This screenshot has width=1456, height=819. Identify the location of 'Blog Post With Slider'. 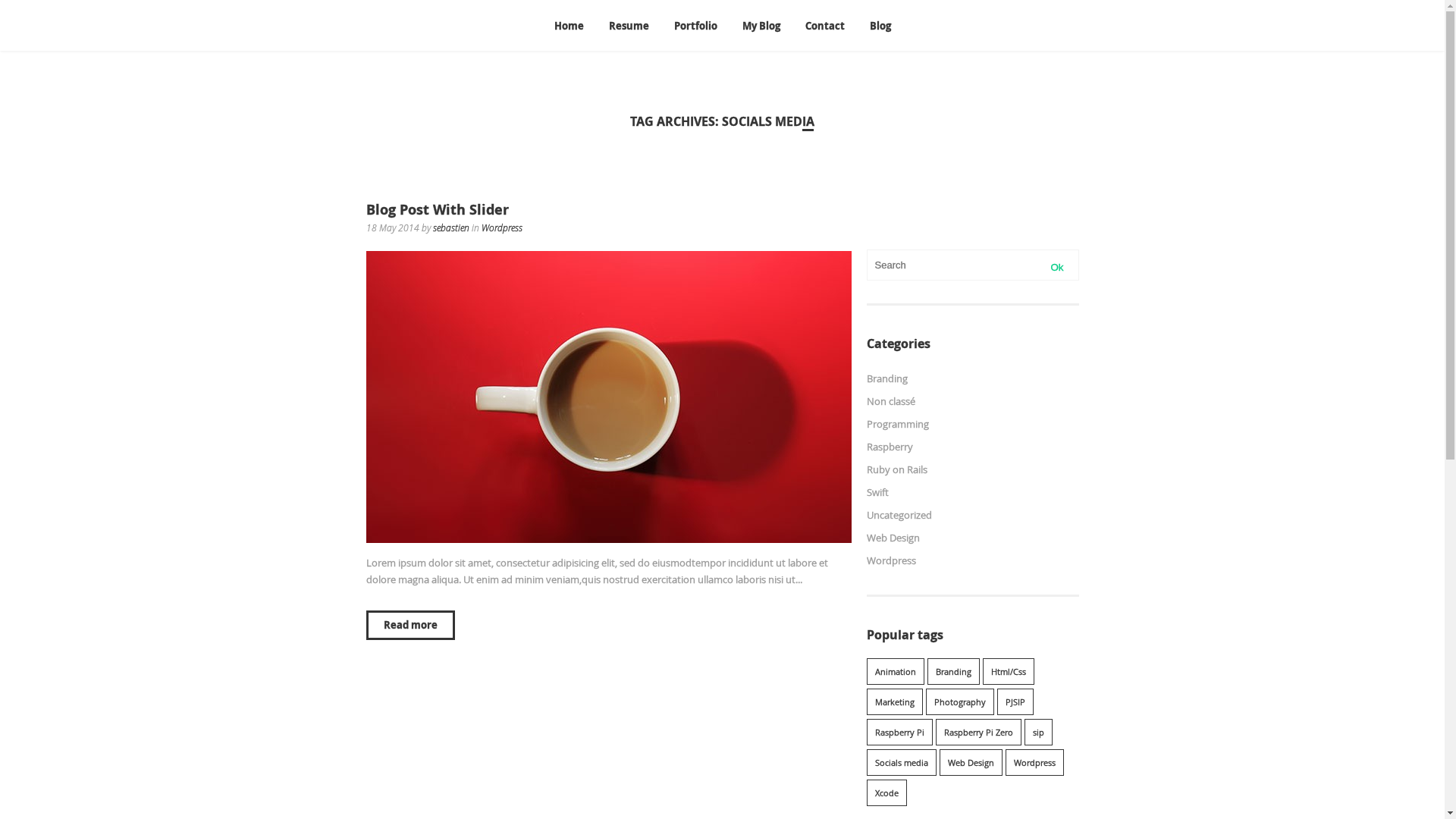
(436, 209).